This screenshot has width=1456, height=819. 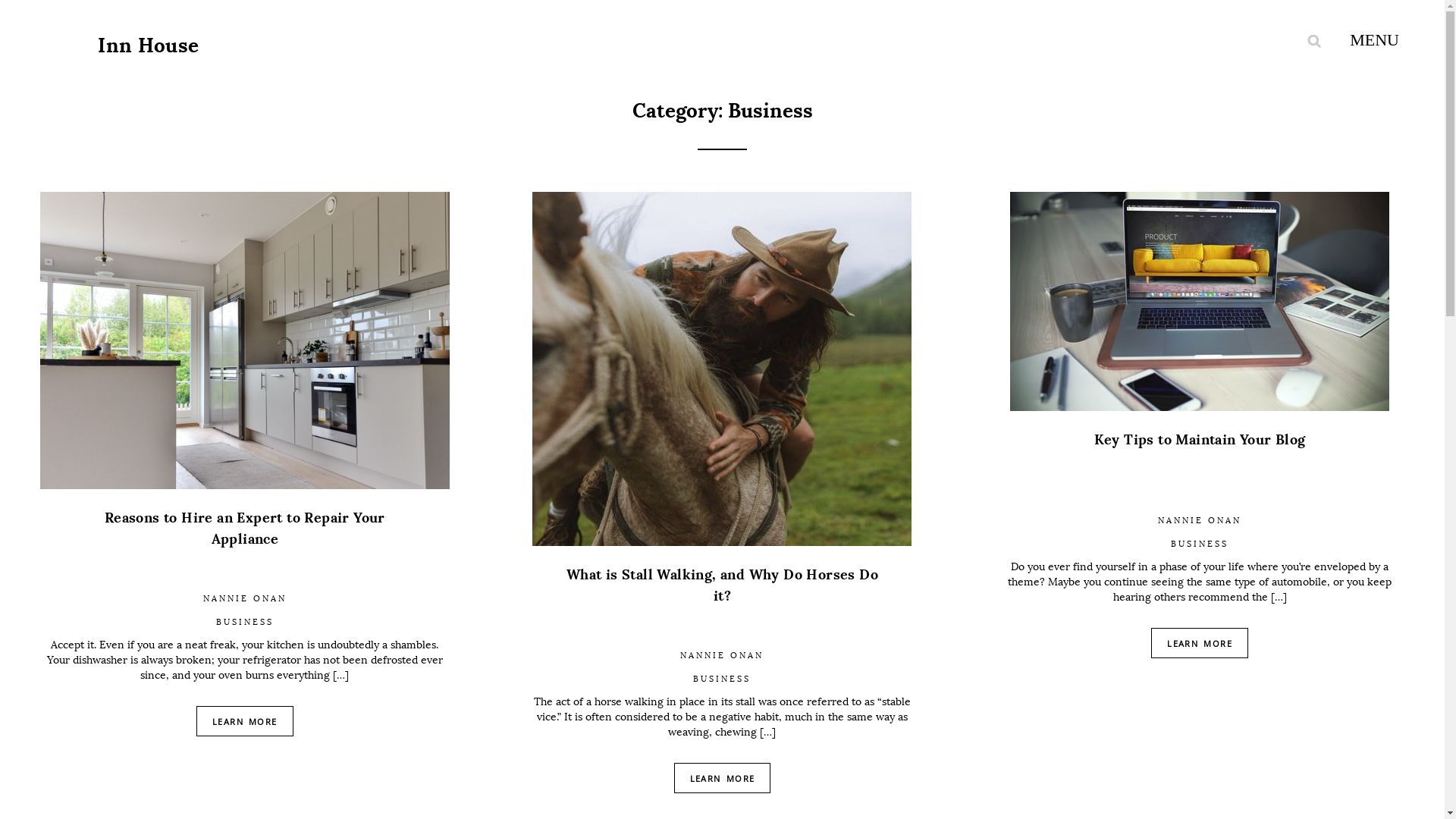 What do you see at coordinates (244, 720) in the screenshot?
I see `'LEARN MORE'` at bounding box center [244, 720].